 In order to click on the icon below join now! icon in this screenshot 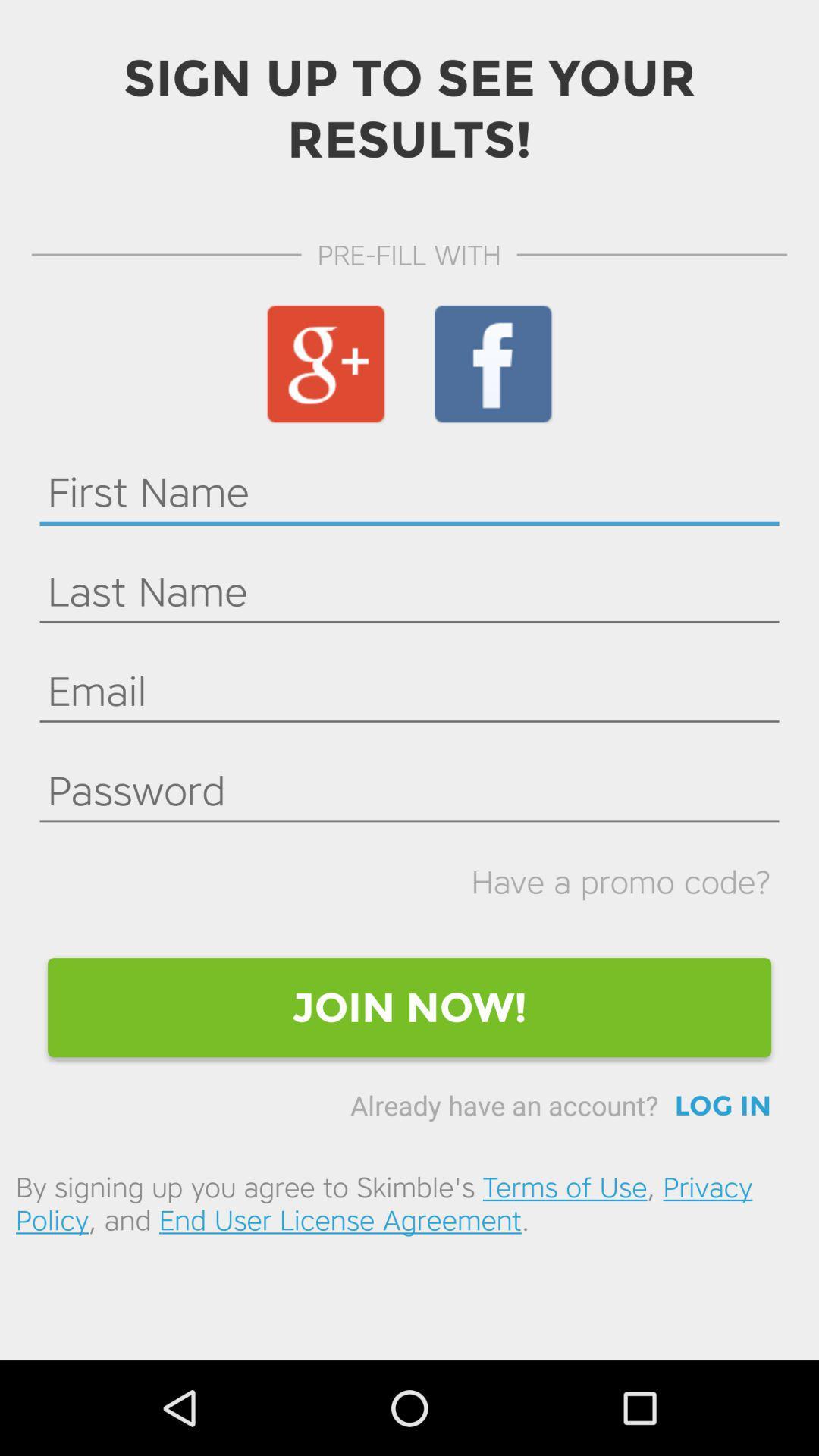, I will do `click(722, 1106)`.